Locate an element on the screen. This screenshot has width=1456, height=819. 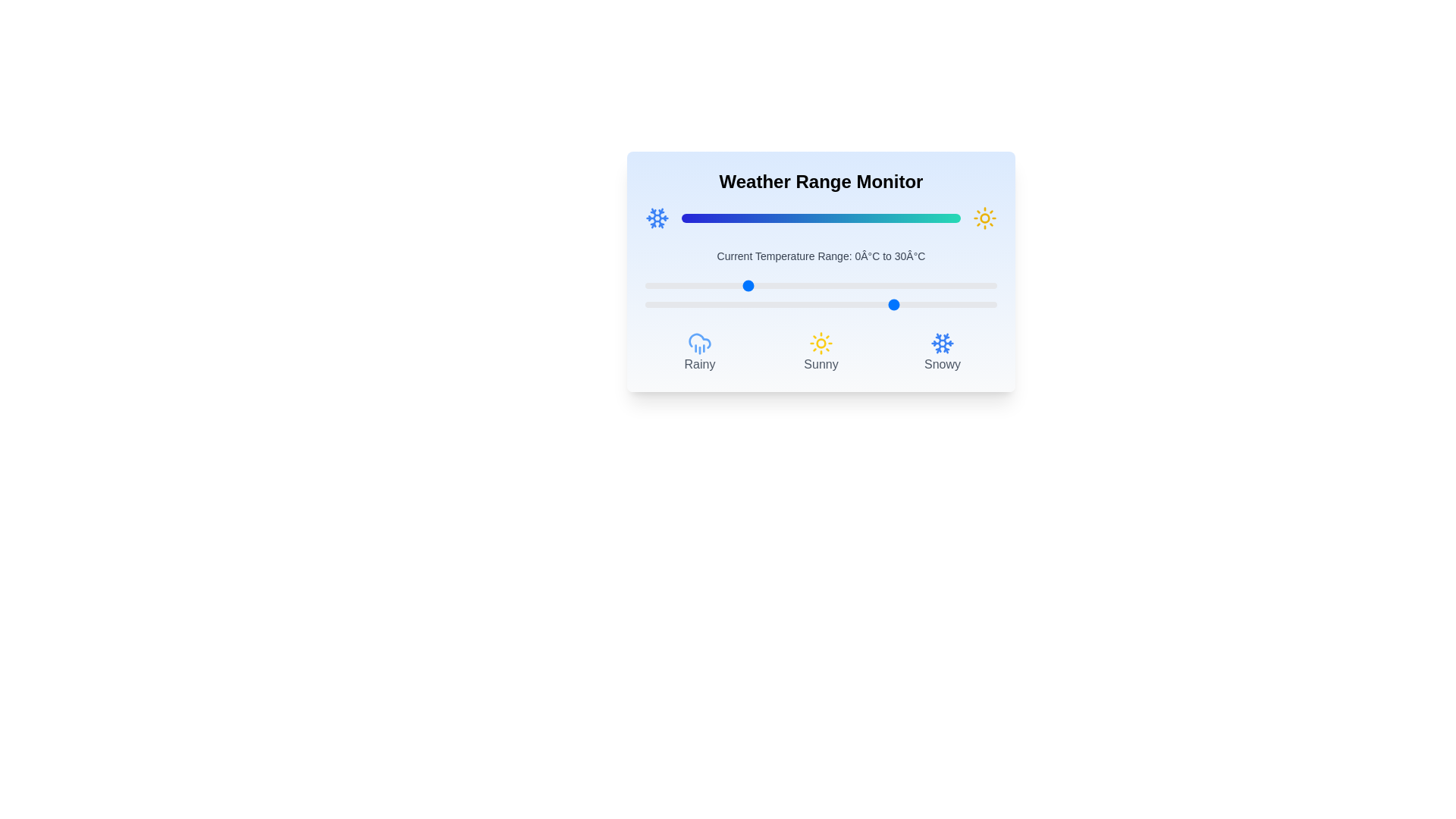
the small circular SVG shape located at the top-right corner of the temperature range display, which is part of a sun-like pattern is located at coordinates (985, 218).